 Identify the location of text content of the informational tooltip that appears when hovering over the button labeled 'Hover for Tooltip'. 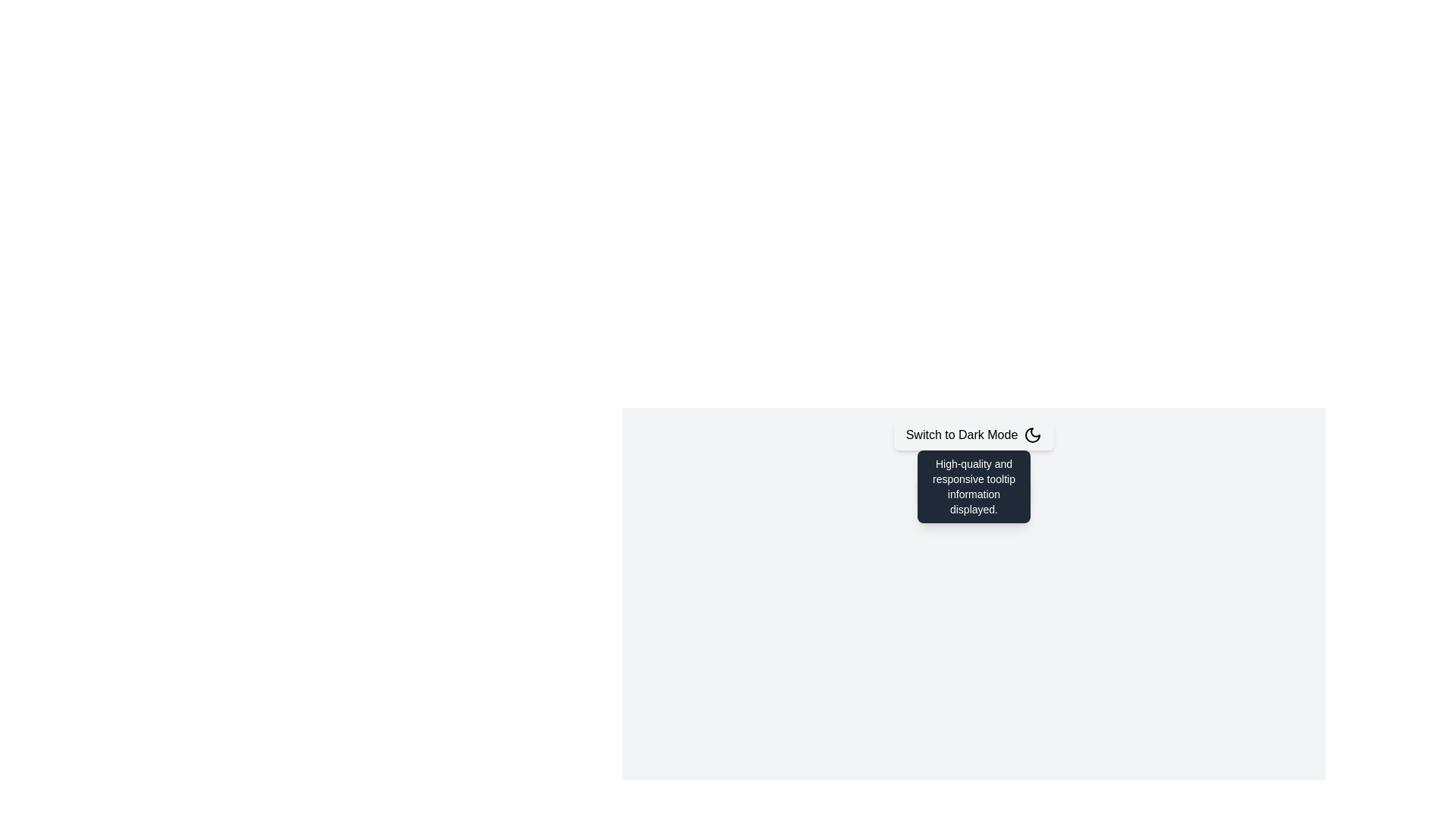
(974, 486).